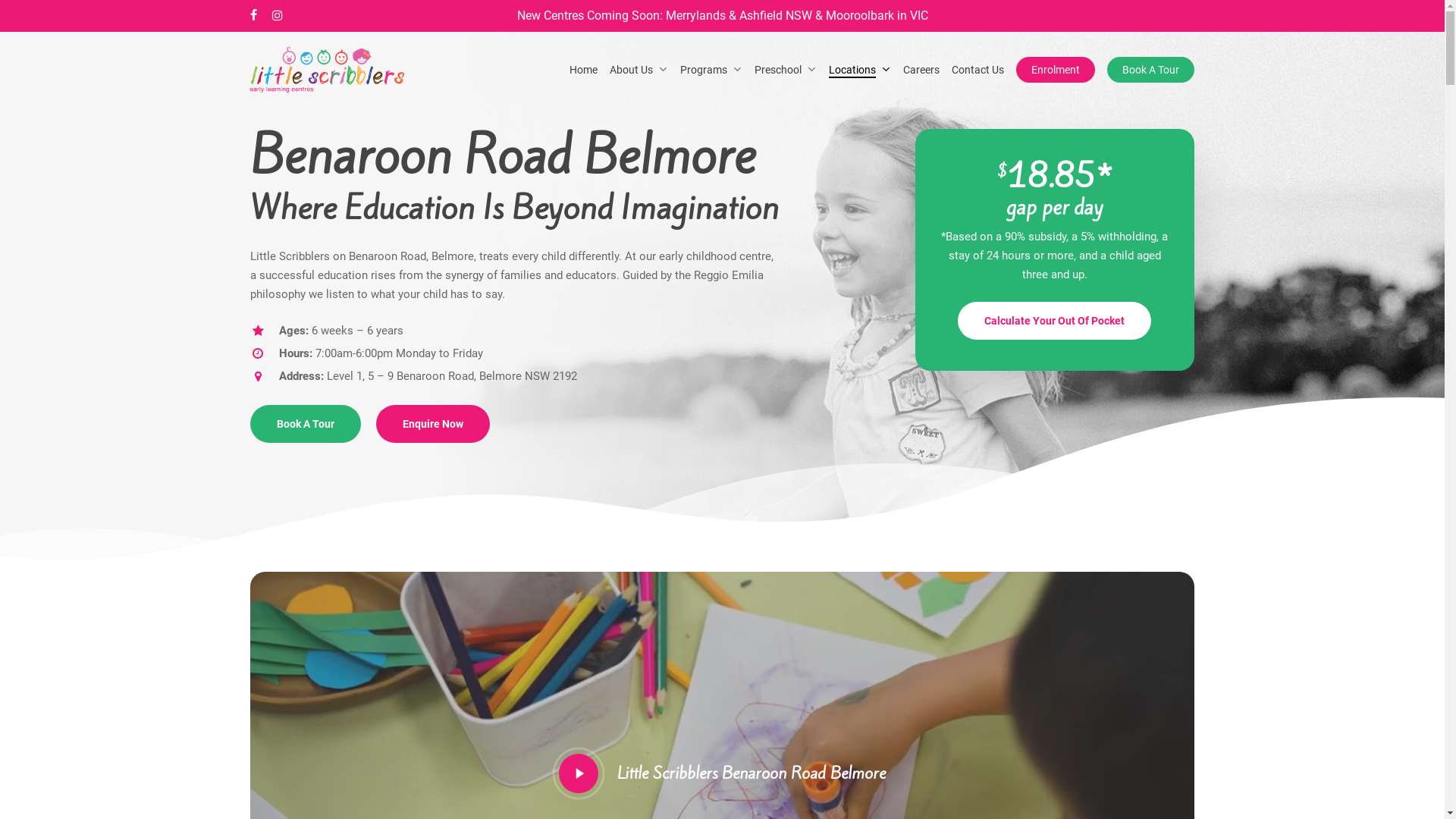  I want to click on 'Book A Tour', so click(1150, 70).